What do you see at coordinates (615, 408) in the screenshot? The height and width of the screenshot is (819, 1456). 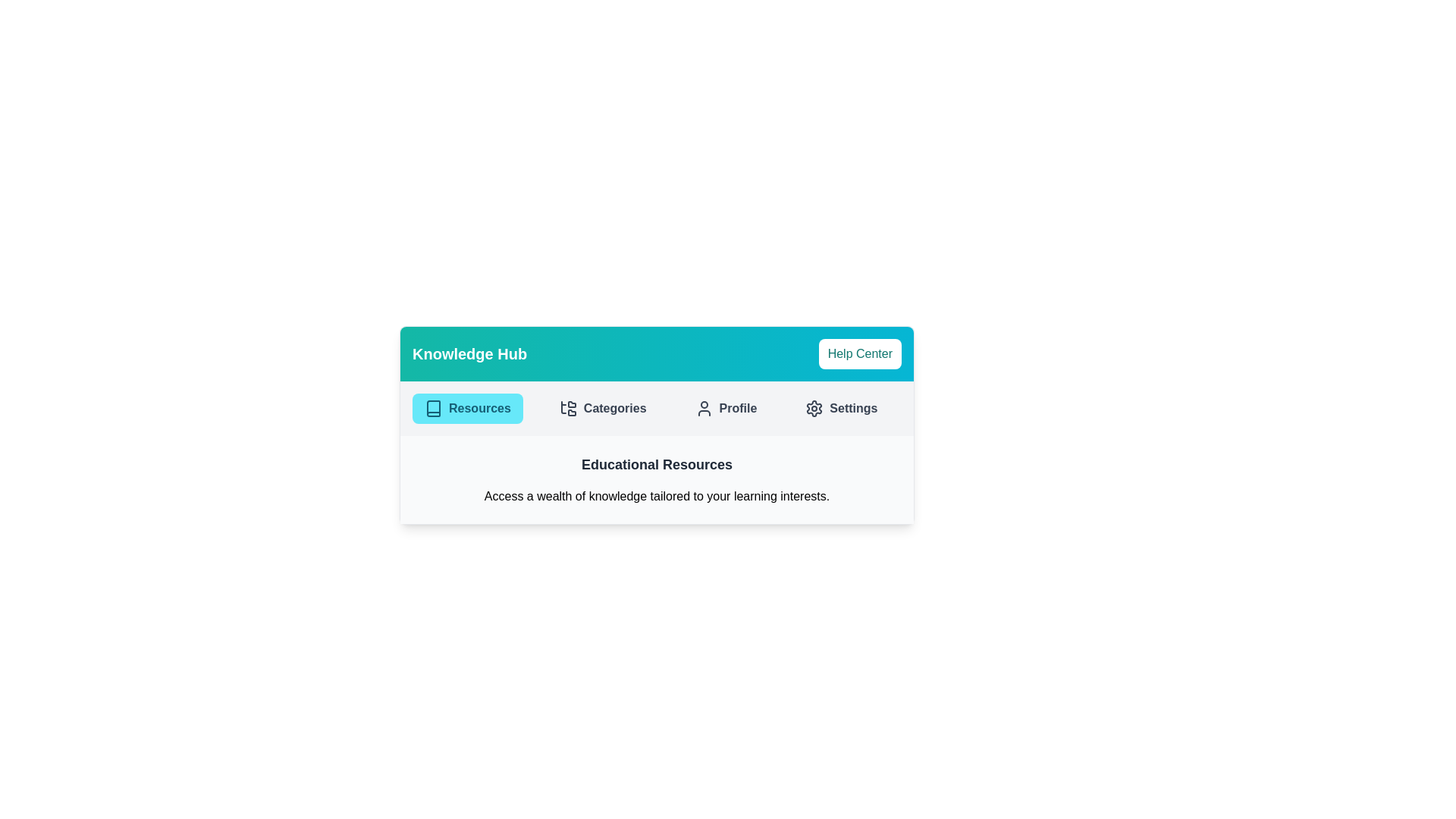 I see `the third text label` at bounding box center [615, 408].